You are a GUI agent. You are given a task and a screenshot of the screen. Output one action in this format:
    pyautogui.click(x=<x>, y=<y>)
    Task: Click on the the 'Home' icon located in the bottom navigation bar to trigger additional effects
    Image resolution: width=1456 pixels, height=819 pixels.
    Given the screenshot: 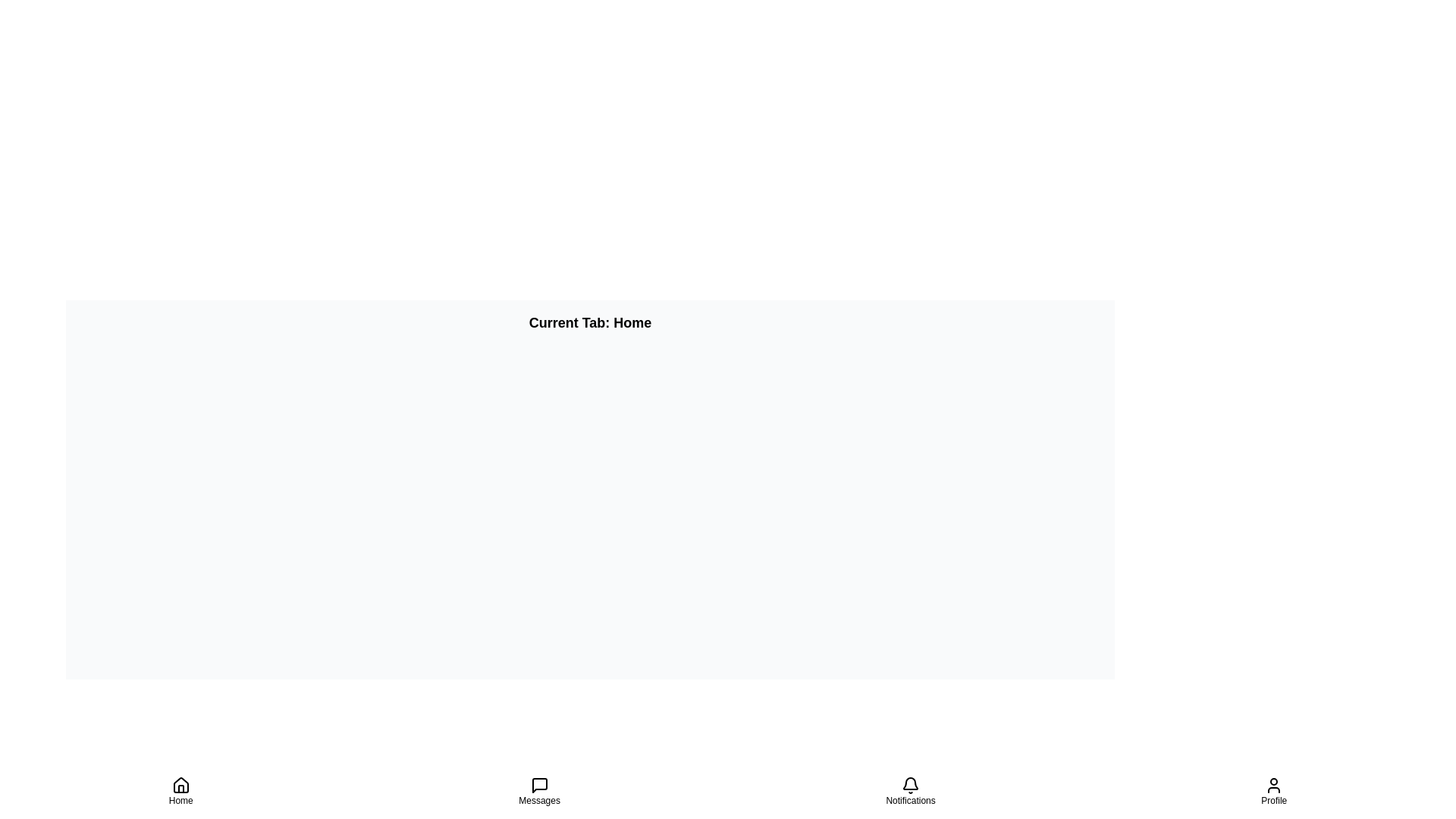 What is the action you would take?
    pyautogui.click(x=180, y=785)
    